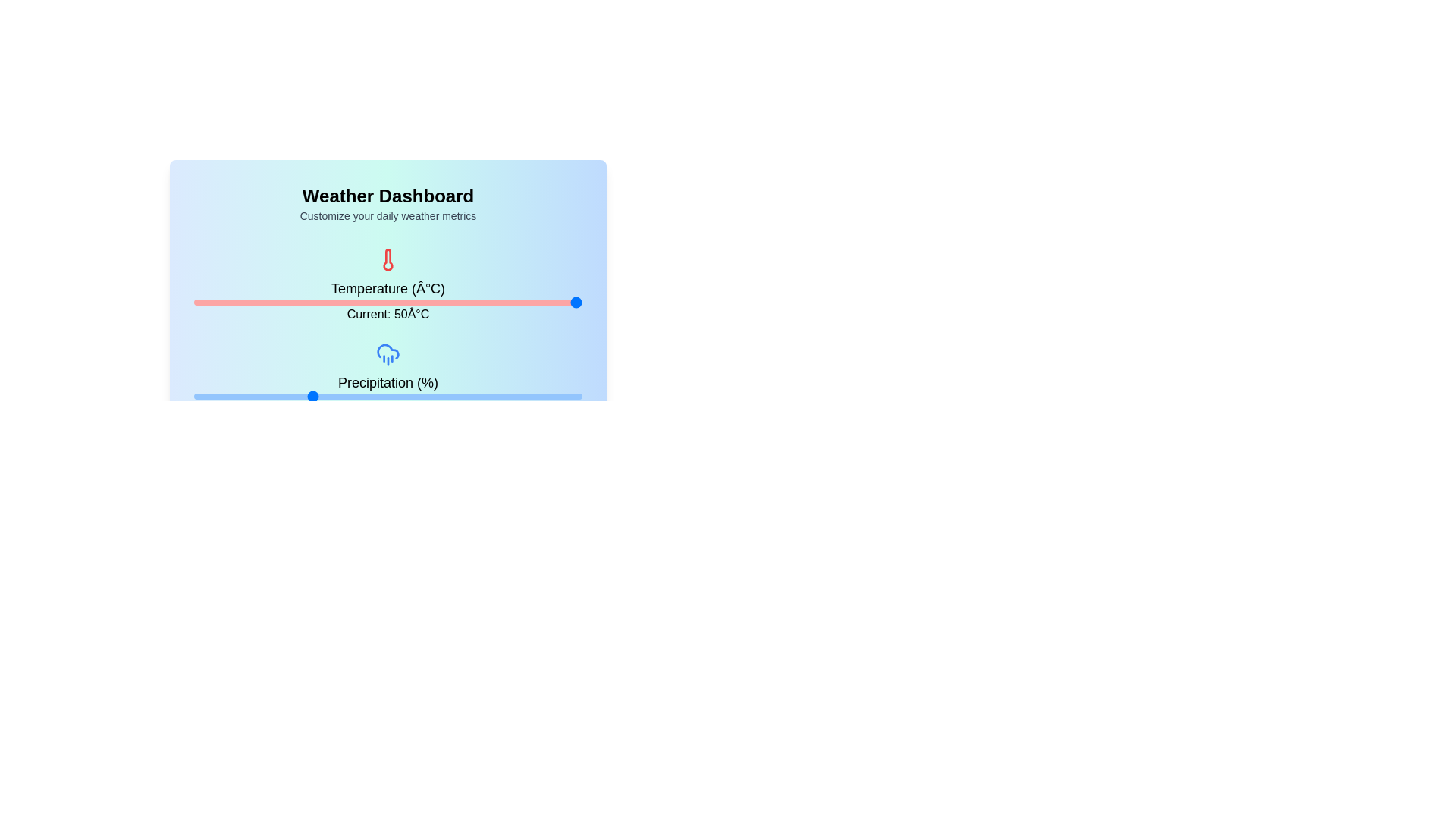 This screenshot has width=1456, height=819. What do you see at coordinates (359, 302) in the screenshot?
I see `temperature` at bounding box center [359, 302].